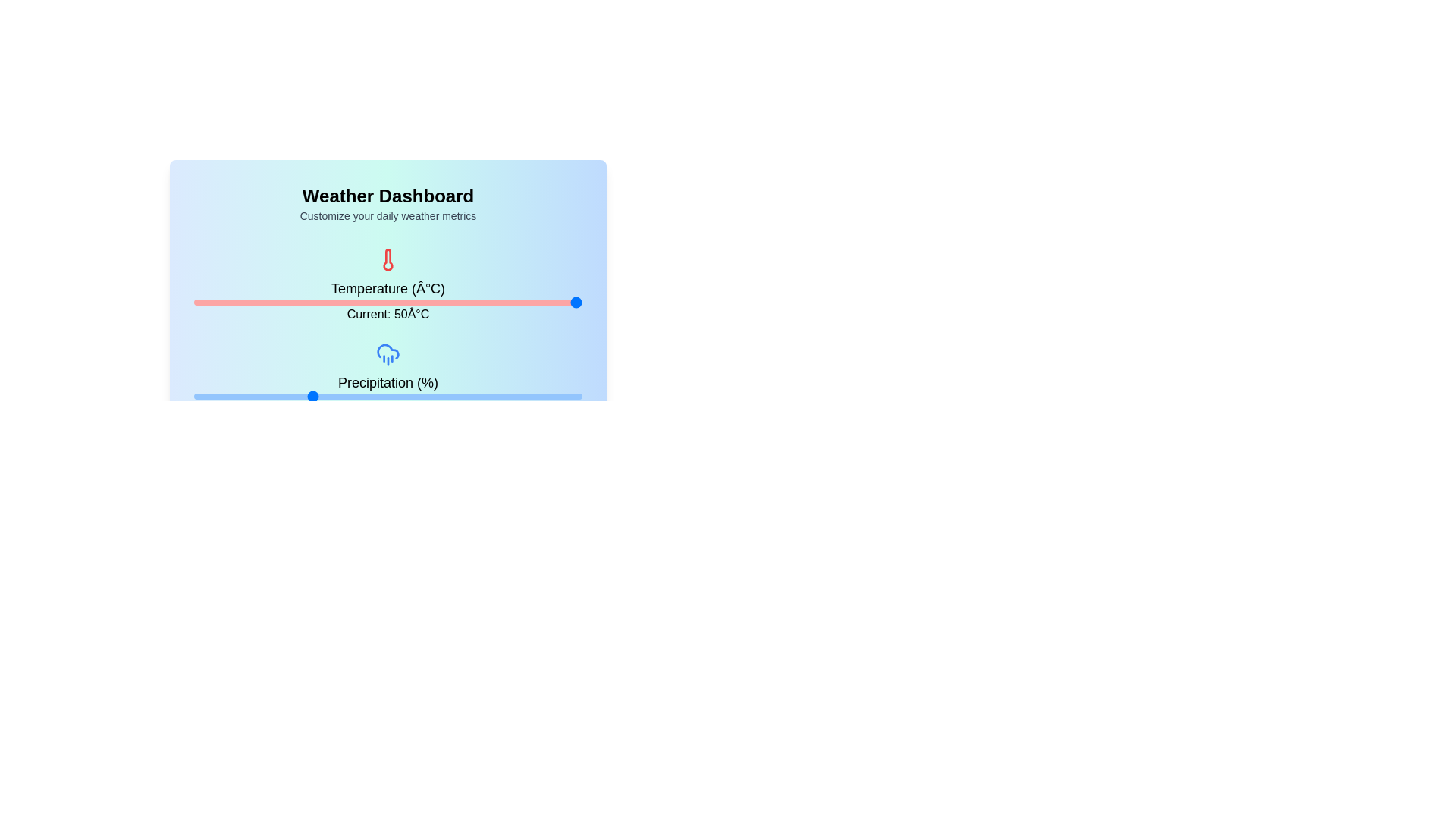 This screenshot has width=1456, height=819. What do you see at coordinates (359, 302) in the screenshot?
I see `temperature` at bounding box center [359, 302].